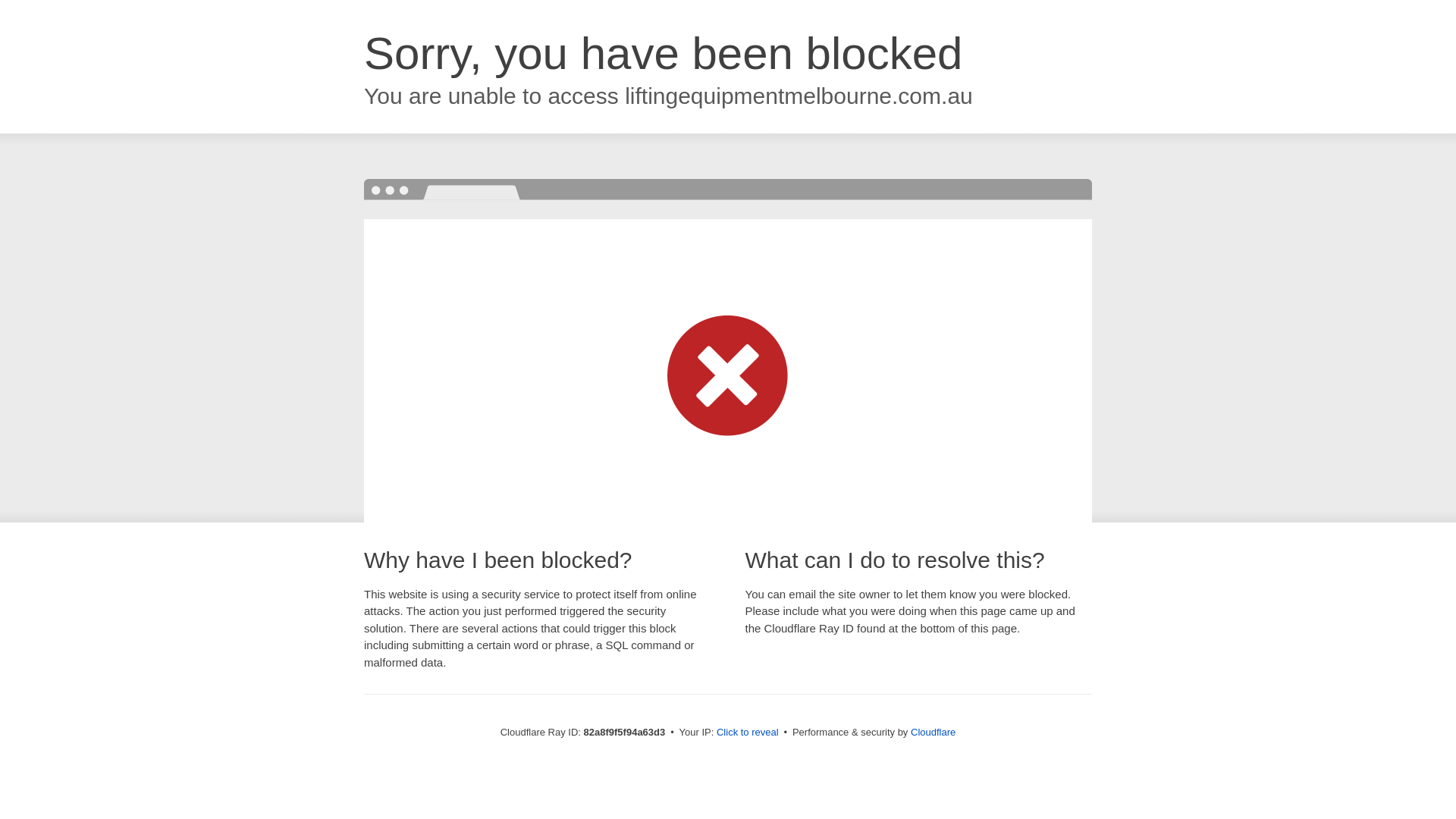 The height and width of the screenshot is (819, 1456). Describe the element at coordinates (747, 731) in the screenshot. I see `'Click to reveal'` at that location.